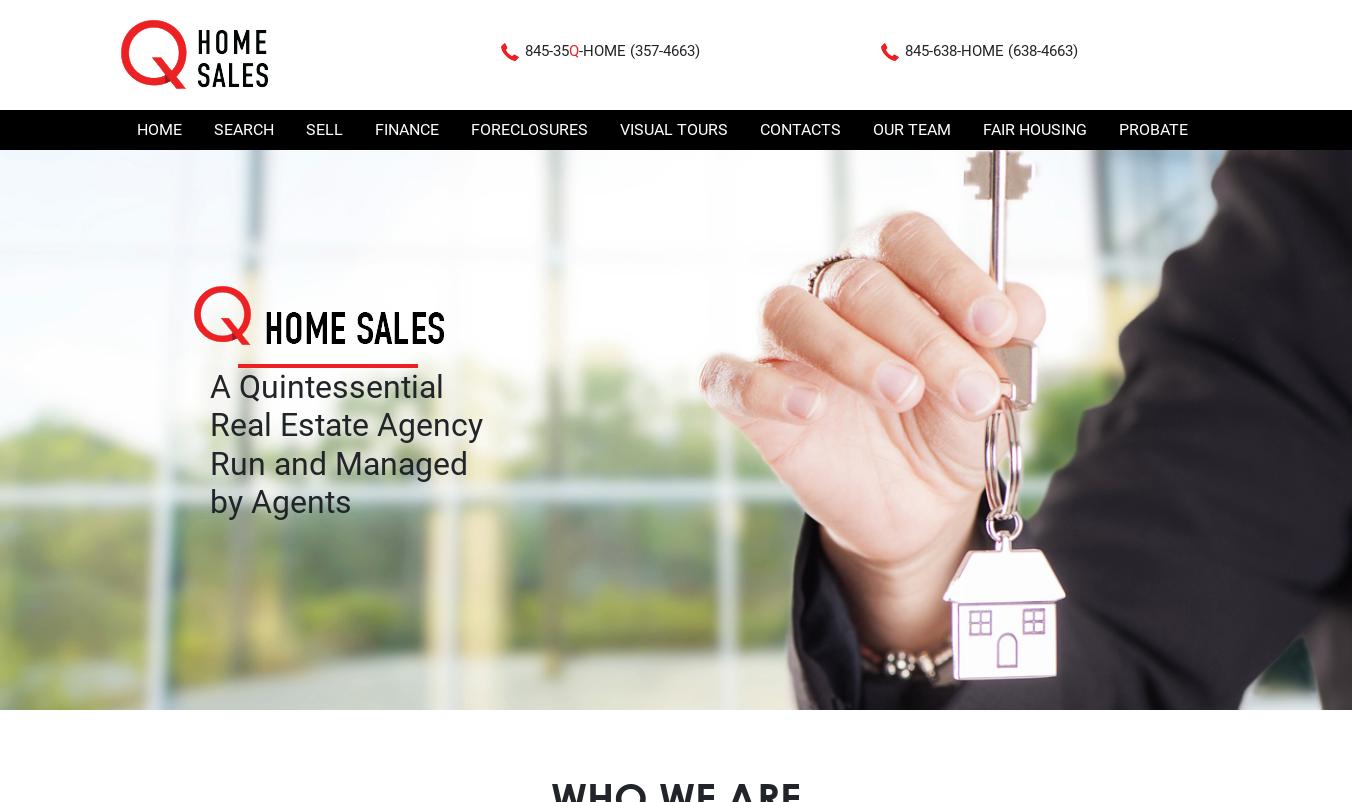 The height and width of the screenshot is (802, 1352). I want to click on '845-638-HOME (638-4663)', so click(991, 50).